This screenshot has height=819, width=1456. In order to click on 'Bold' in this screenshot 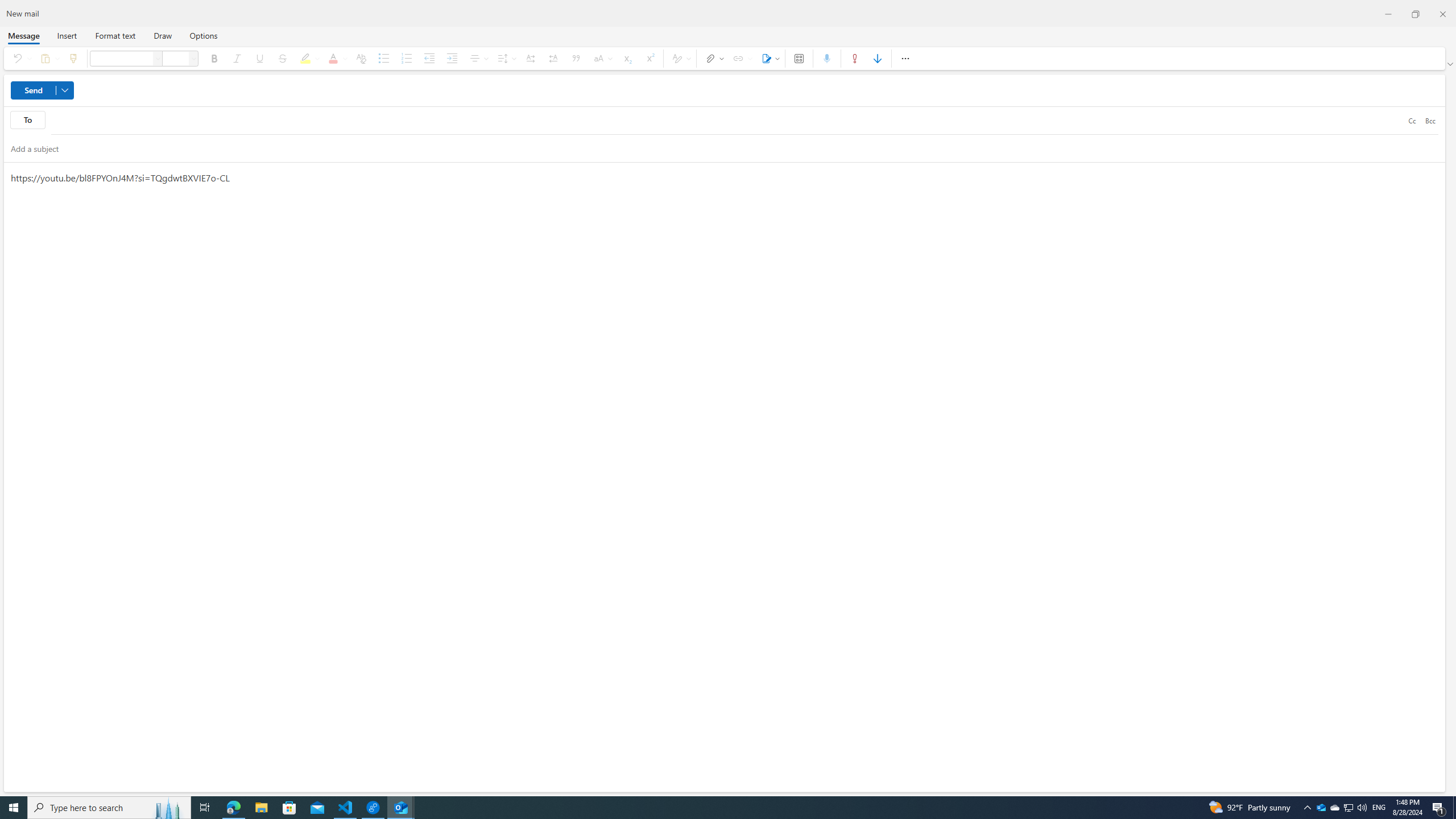, I will do `click(213, 58)`.